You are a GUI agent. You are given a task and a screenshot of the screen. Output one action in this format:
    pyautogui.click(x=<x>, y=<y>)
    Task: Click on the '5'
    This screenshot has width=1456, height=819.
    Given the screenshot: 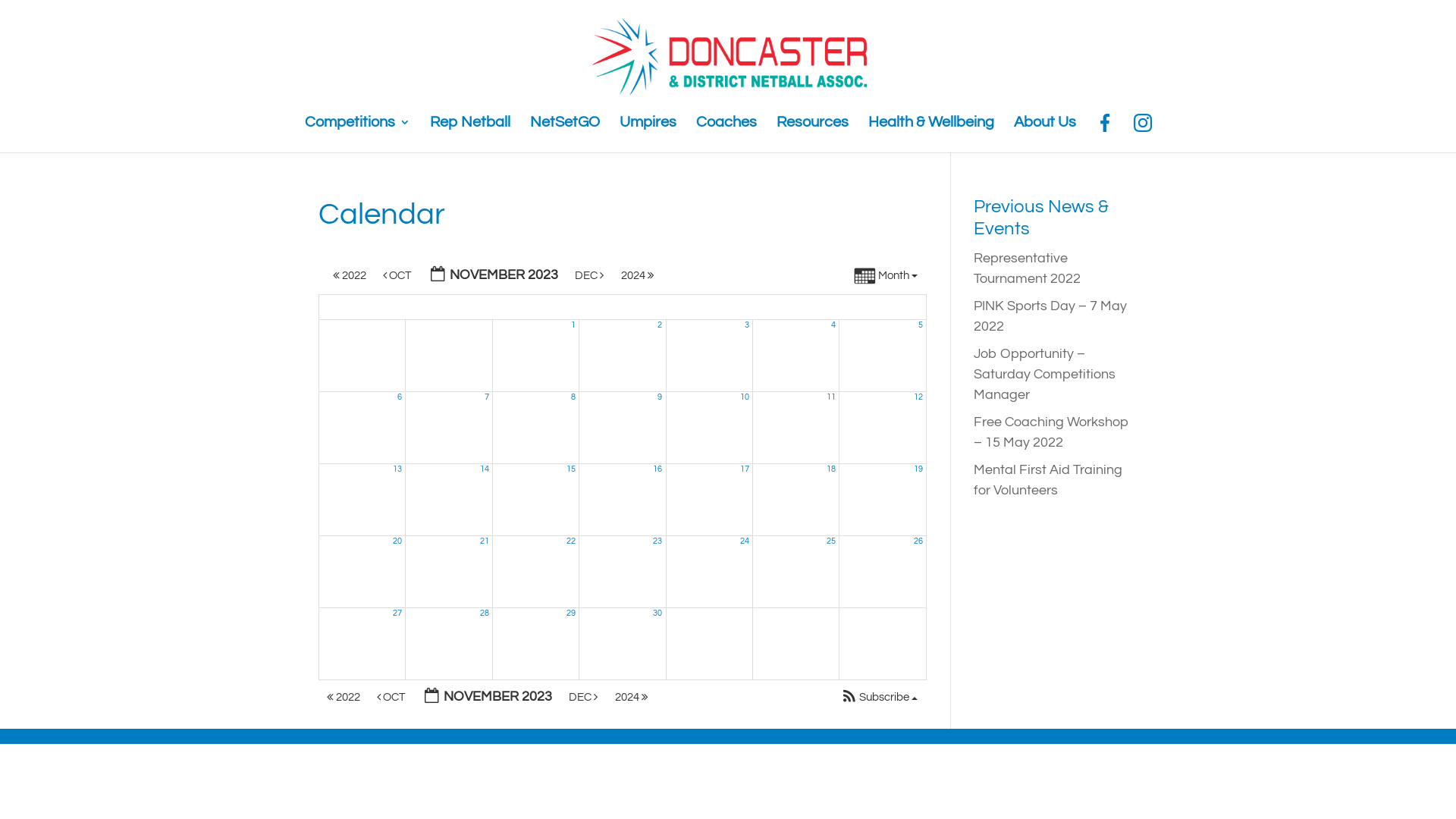 What is the action you would take?
    pyautogui.click(x=920, y=324)
    